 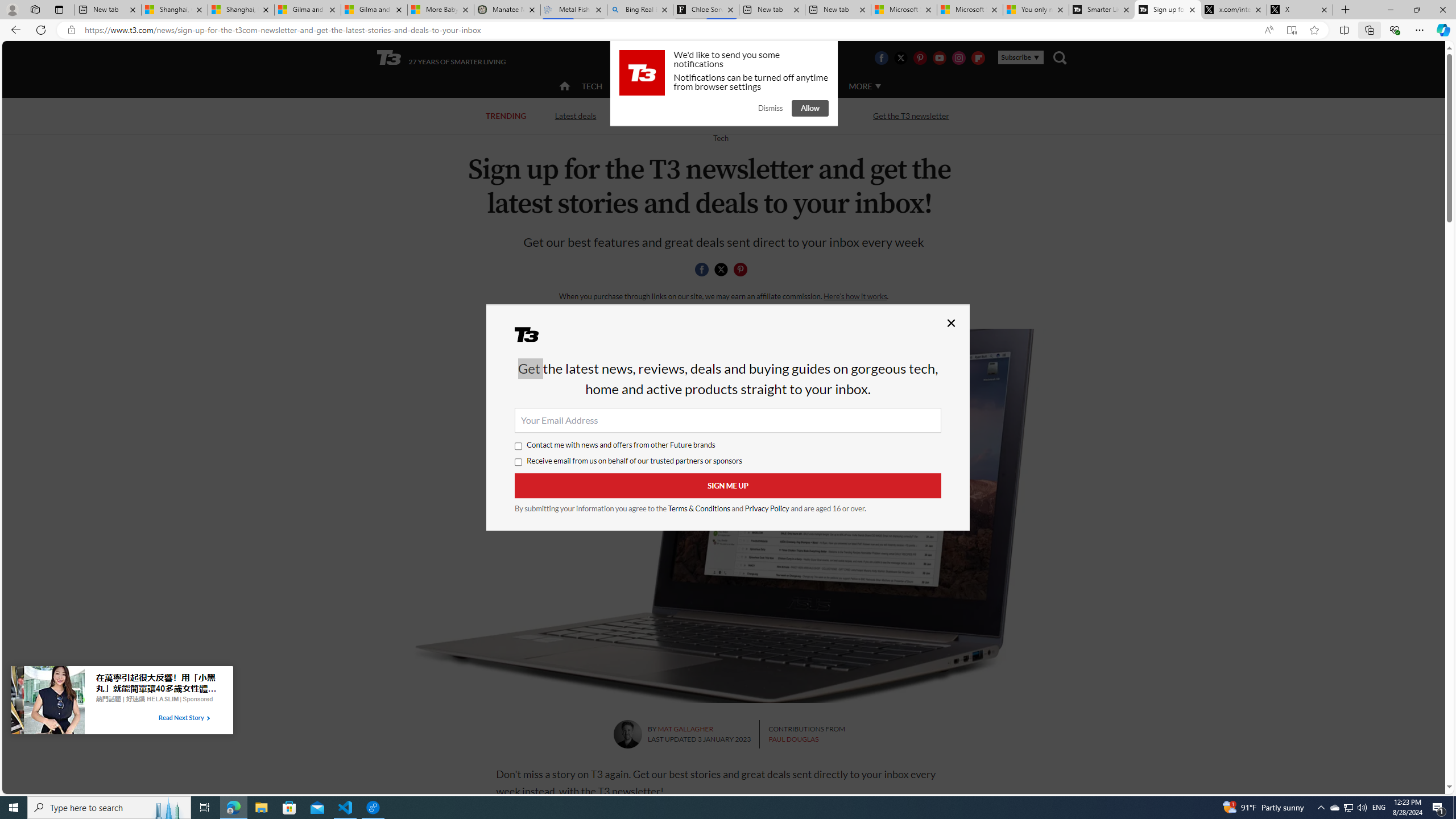 I want to click on 'Tech', so click(x=721, y=137).